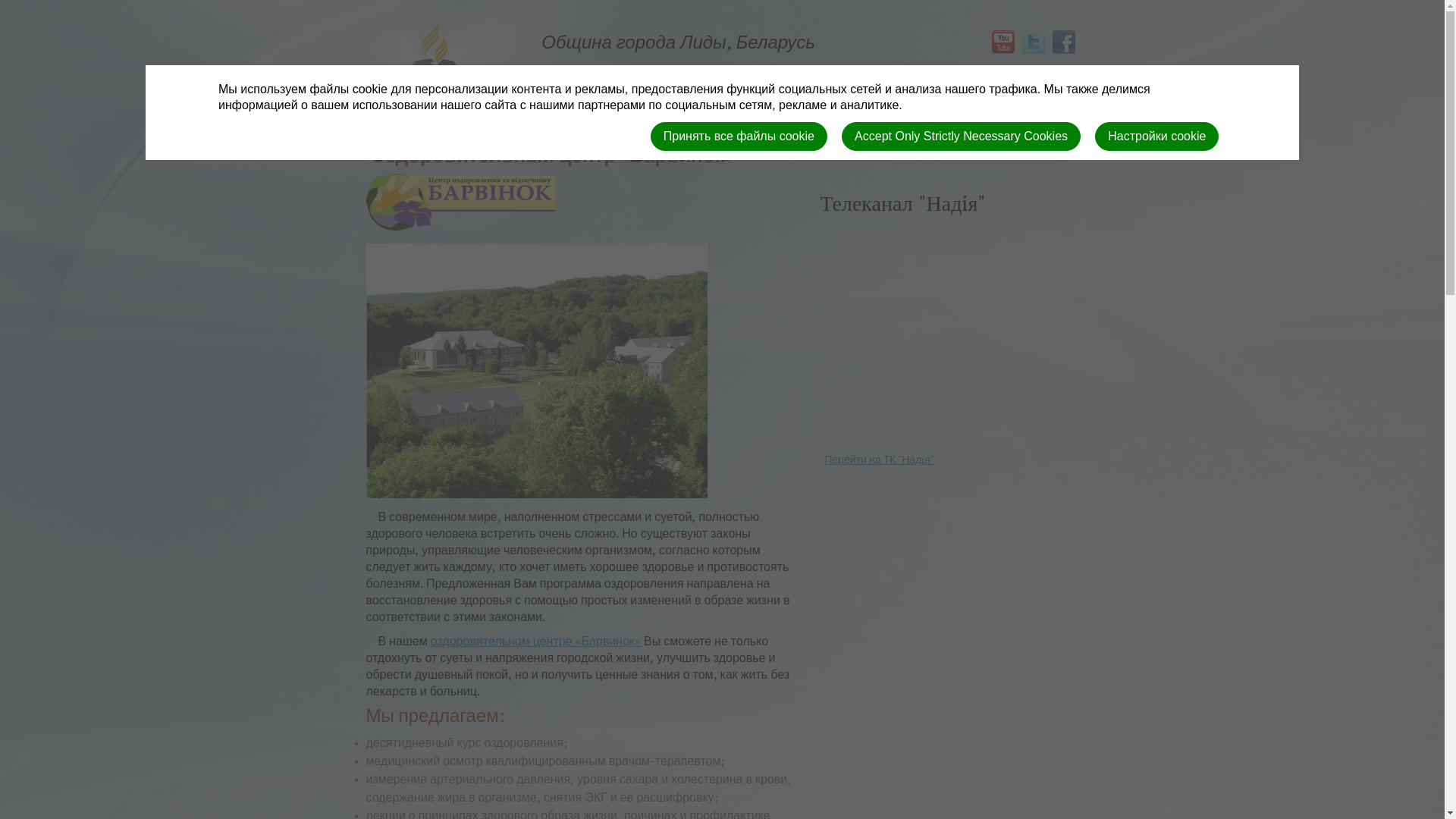 This screenshot has width=1456, height=819. What do you see at coordinates (1001, 42) in the screenshot?
I see `'Youtube Channel'` at bounding box center [1001, 42].